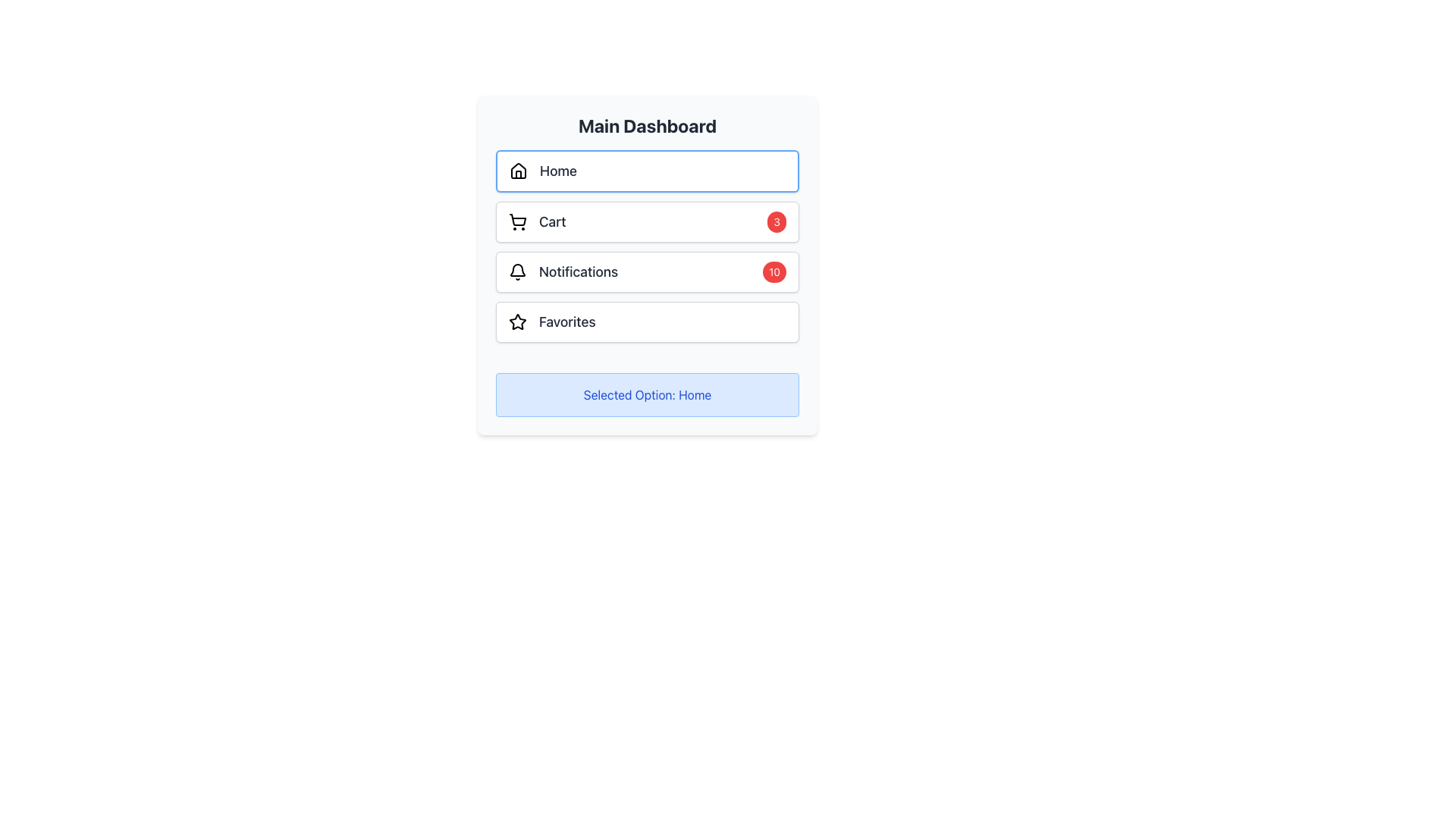 The width and height of the screenshot is (1456, 819). I want to click on the inner vertical rectangle of the house-shaped icon that represents the 'Home' option in the user interface, so click(519, 174).